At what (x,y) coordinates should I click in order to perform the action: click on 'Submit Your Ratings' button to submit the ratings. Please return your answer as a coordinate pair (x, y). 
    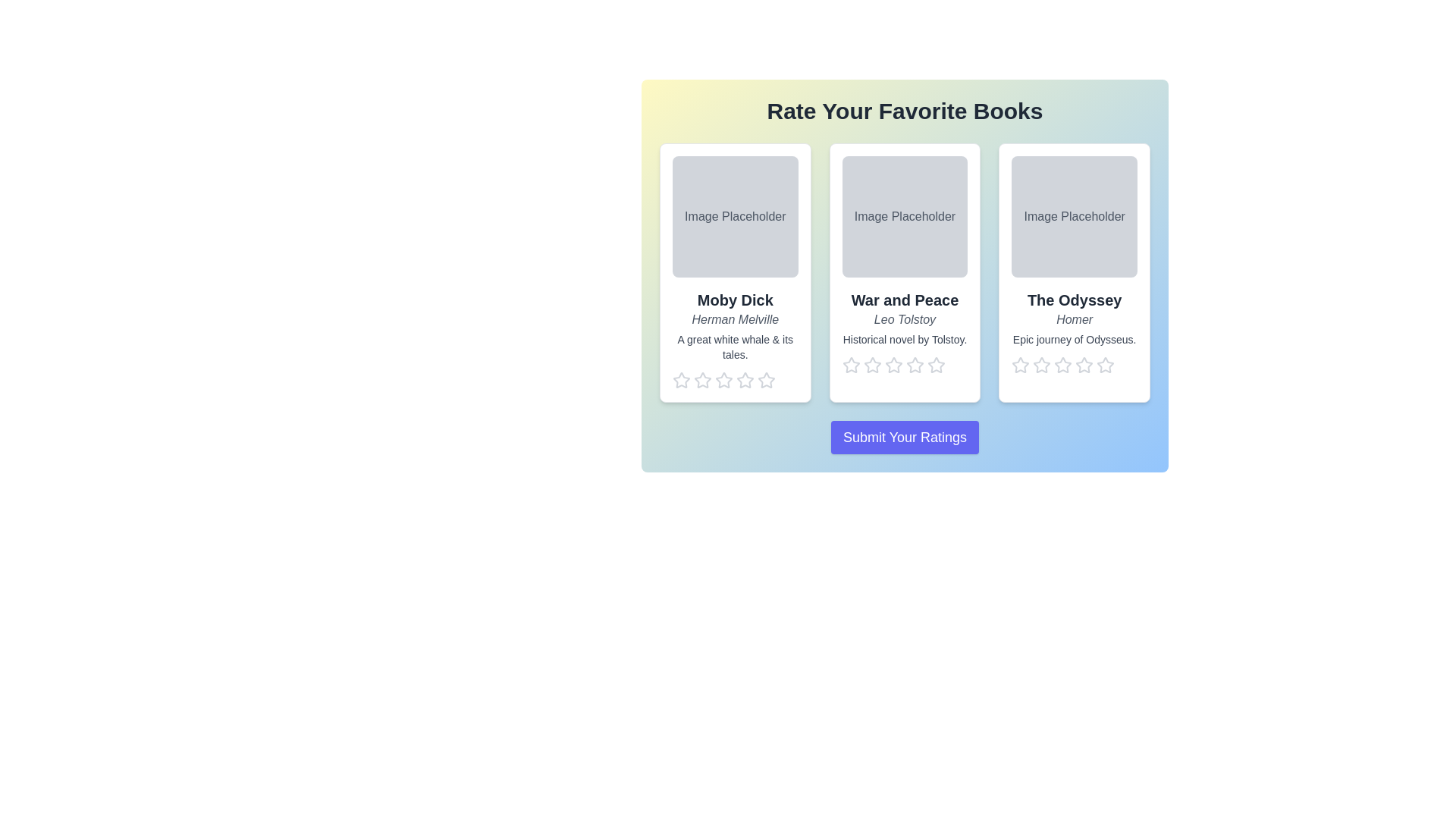
    Looking at the image, I should click on (905, 438).